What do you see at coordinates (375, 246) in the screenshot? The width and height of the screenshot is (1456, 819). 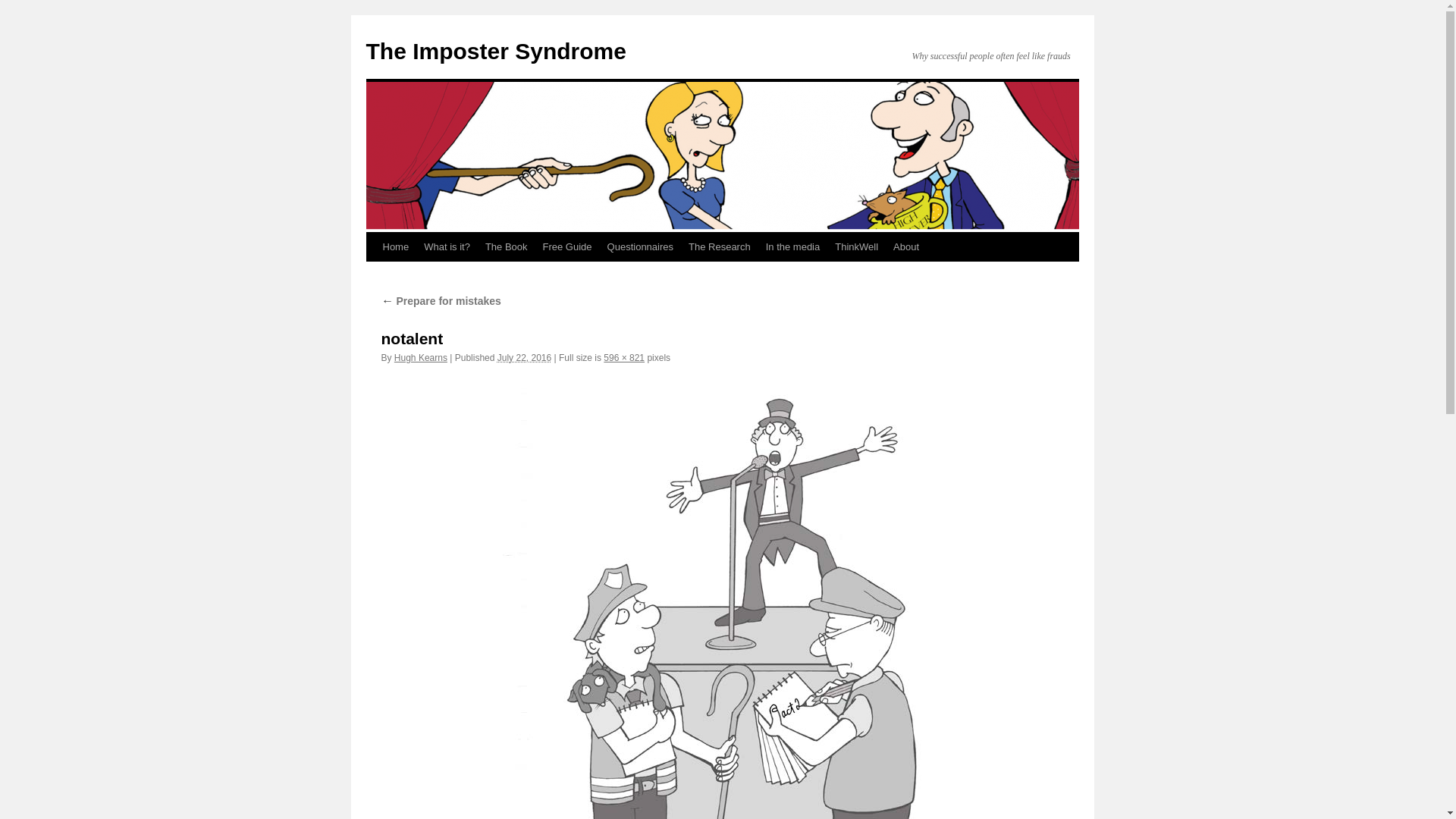 I see `'Home'` at bounding box center [375, 246].